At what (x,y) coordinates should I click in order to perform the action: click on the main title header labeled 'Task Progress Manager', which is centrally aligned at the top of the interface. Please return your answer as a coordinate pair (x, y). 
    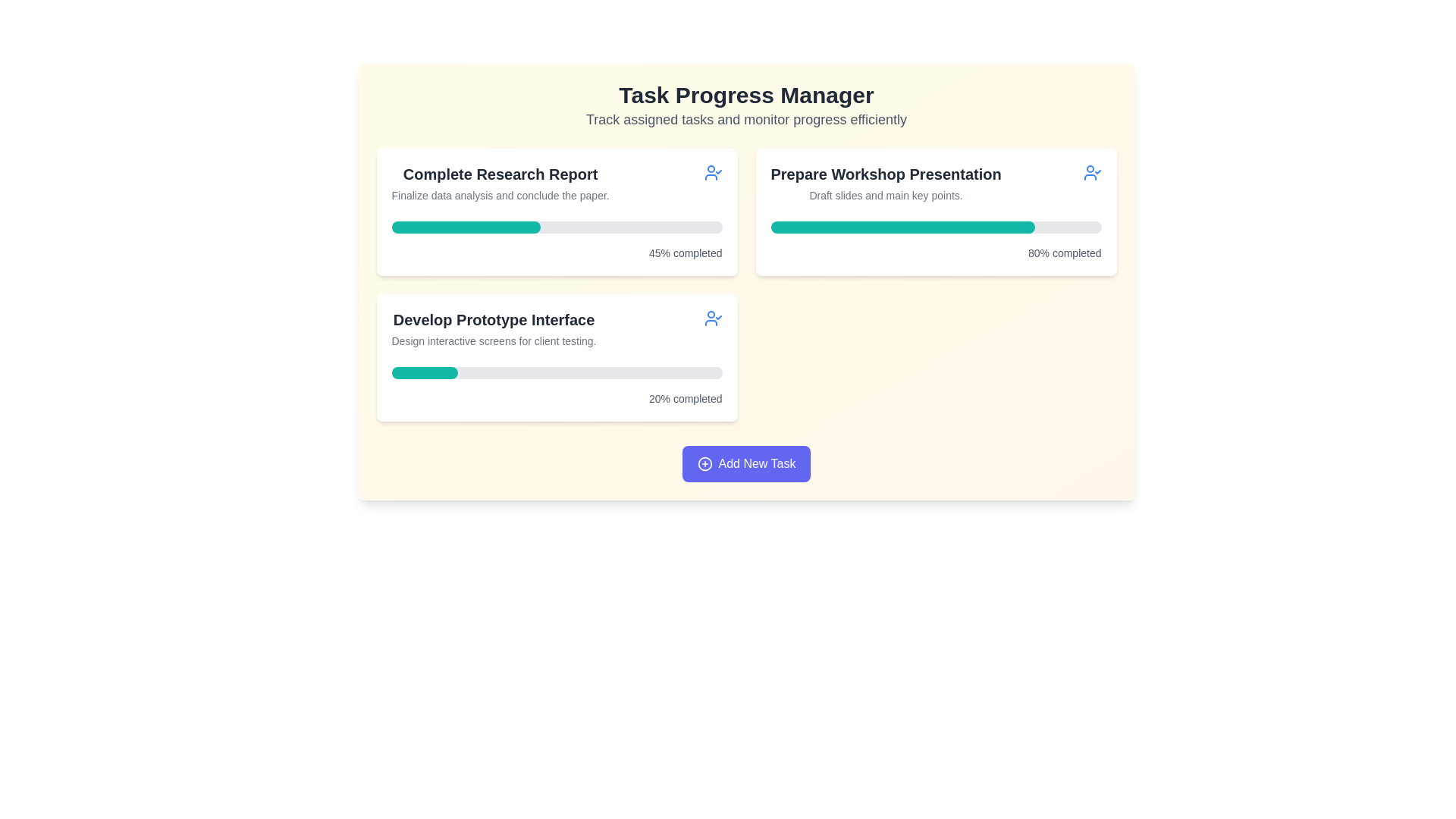
    Looking at the image, I should click on (746, 96).